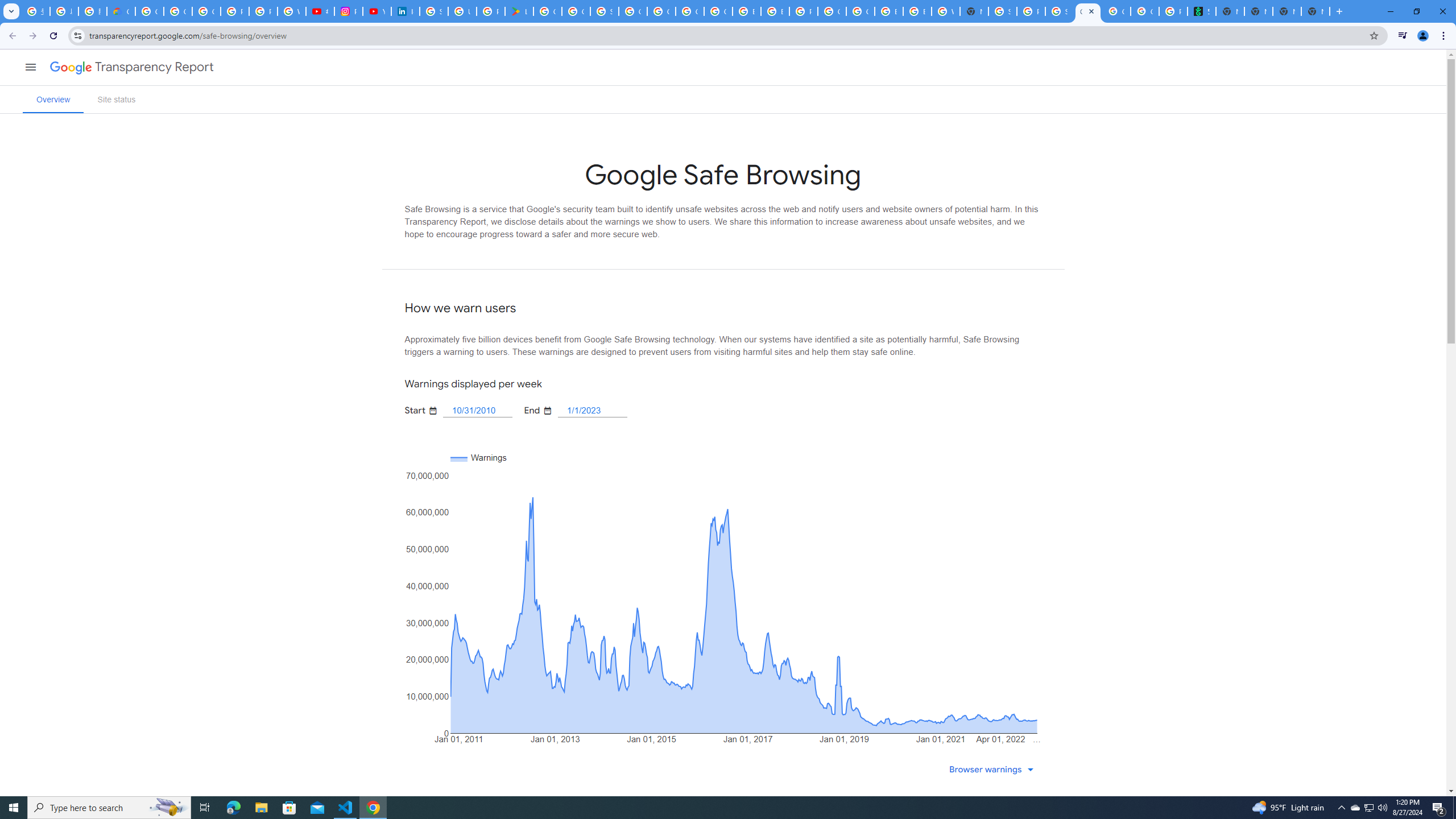 This screenshot has height=819, width=1456. I want to click on 'Google Workspace - Specific Terms', so click(575, 11).